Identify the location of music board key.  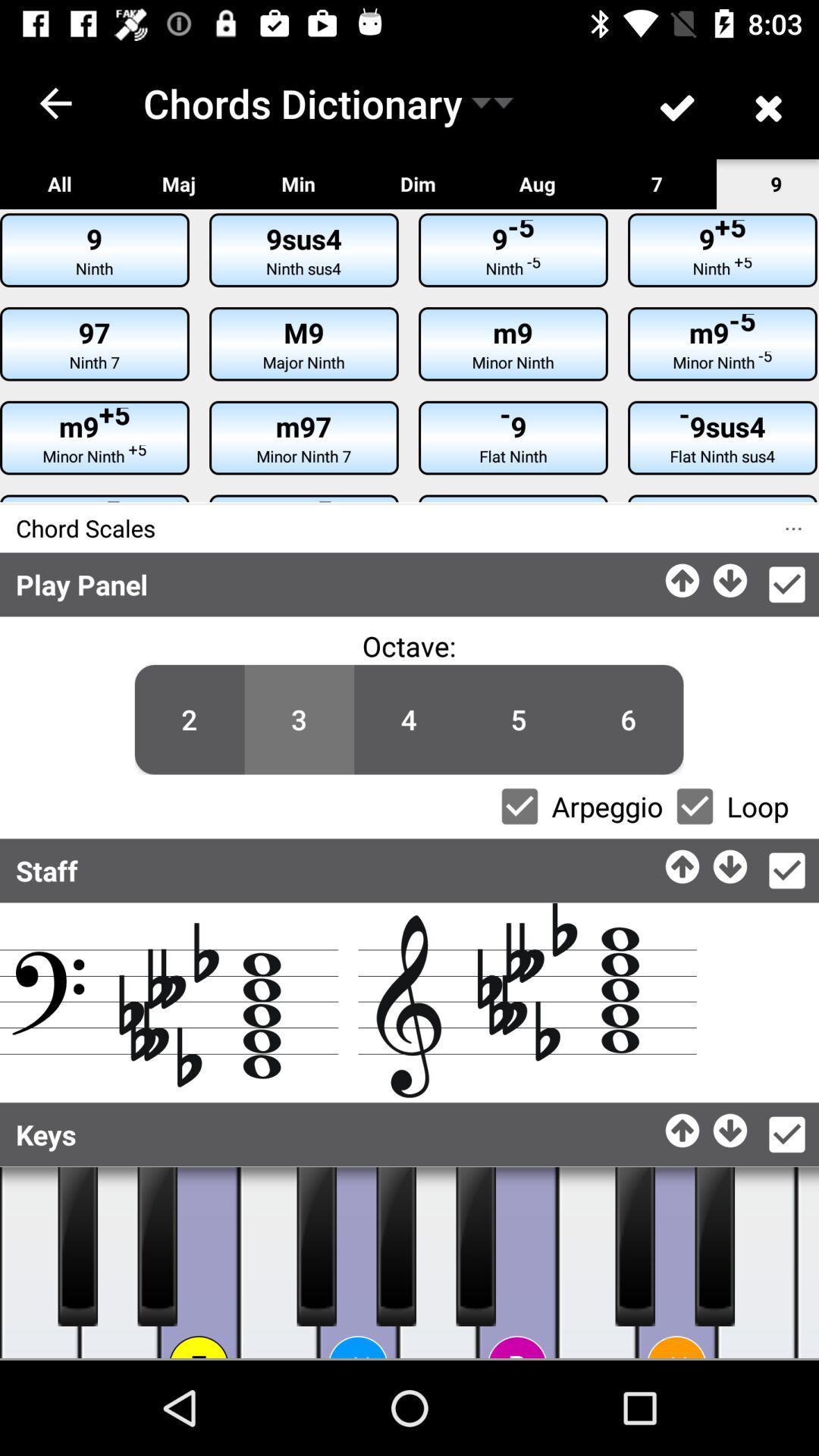
(756, 1263).